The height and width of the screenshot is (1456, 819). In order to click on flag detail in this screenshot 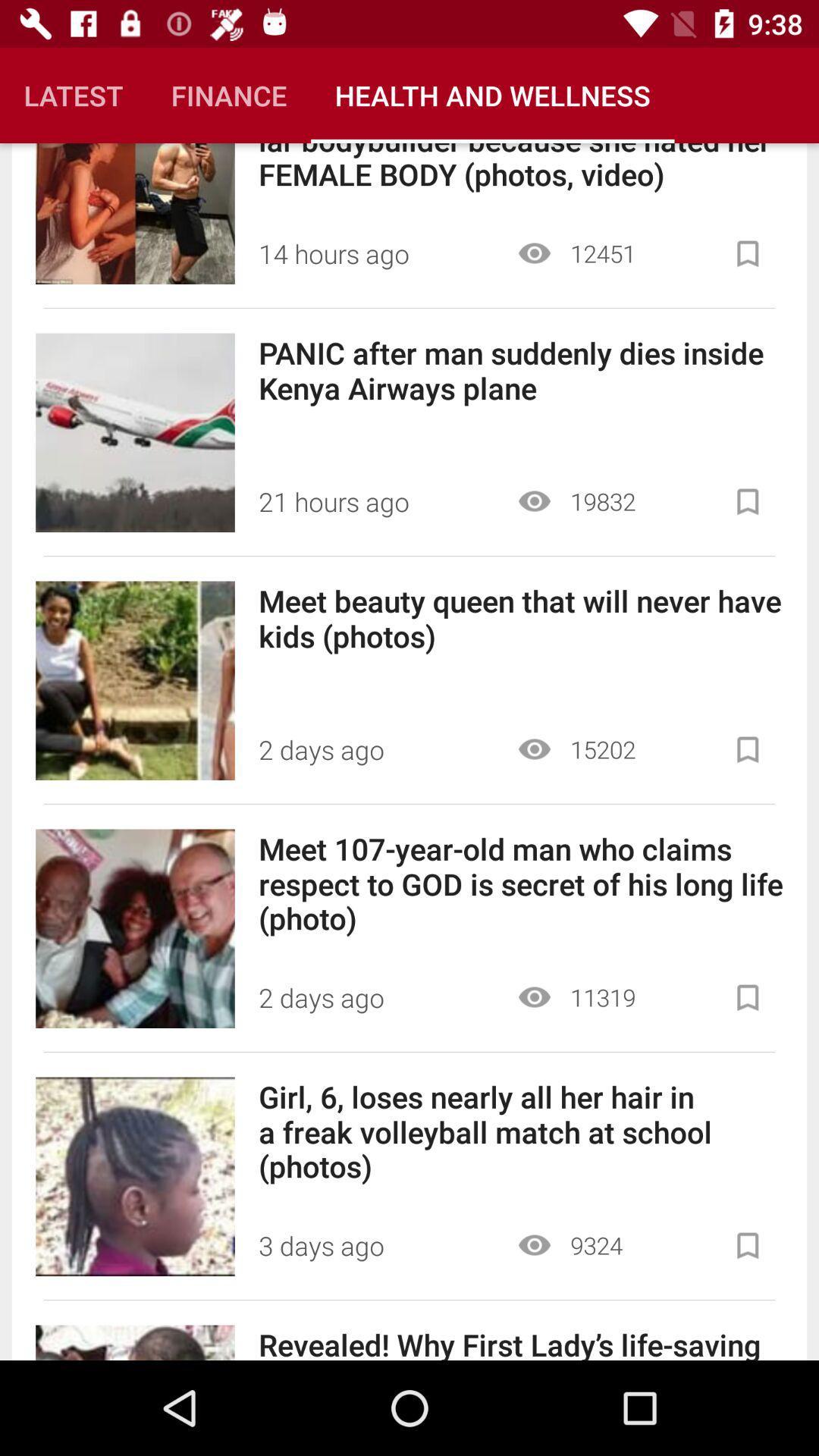, I will do `click(747, 997)`.